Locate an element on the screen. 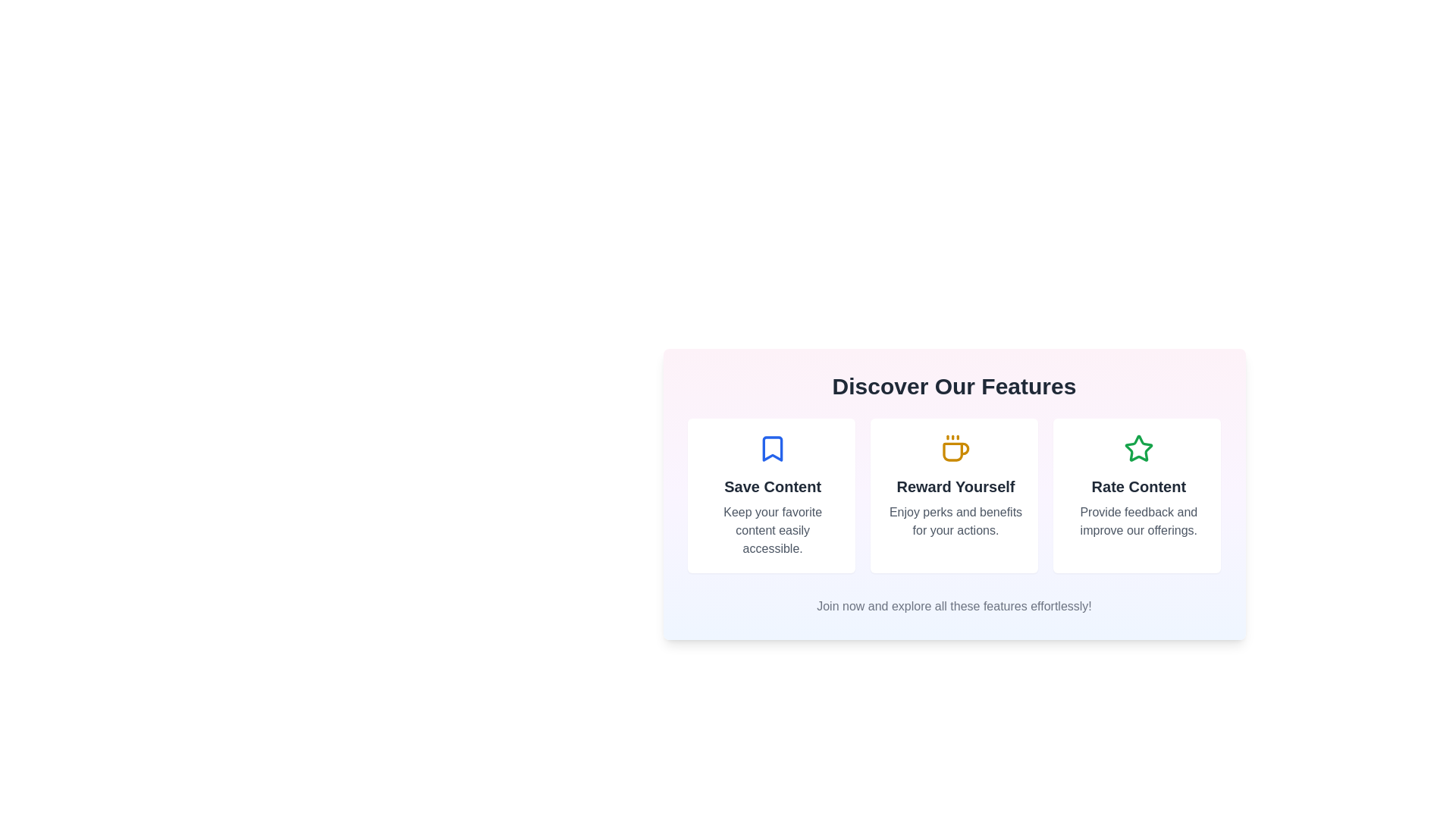 This screenshot has height=819, width=1456. the interactive card located at the rightmost position within the three-column grid under the heading 'Discover Our Features' is located at coordinates (1137, 496).